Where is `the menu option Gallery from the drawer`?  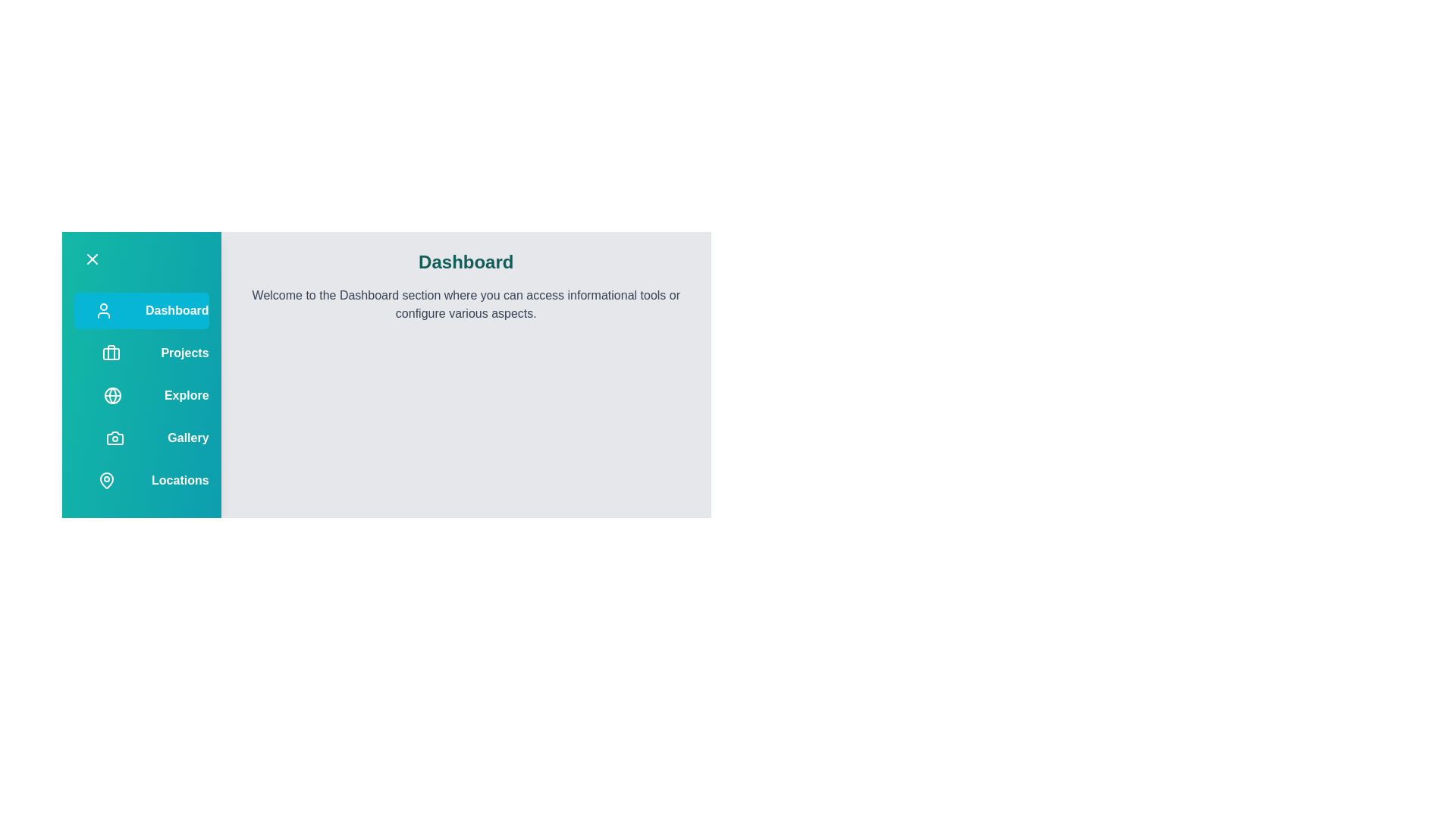 the menu option Gallery from the drawer is located at coordinates (141, 438).